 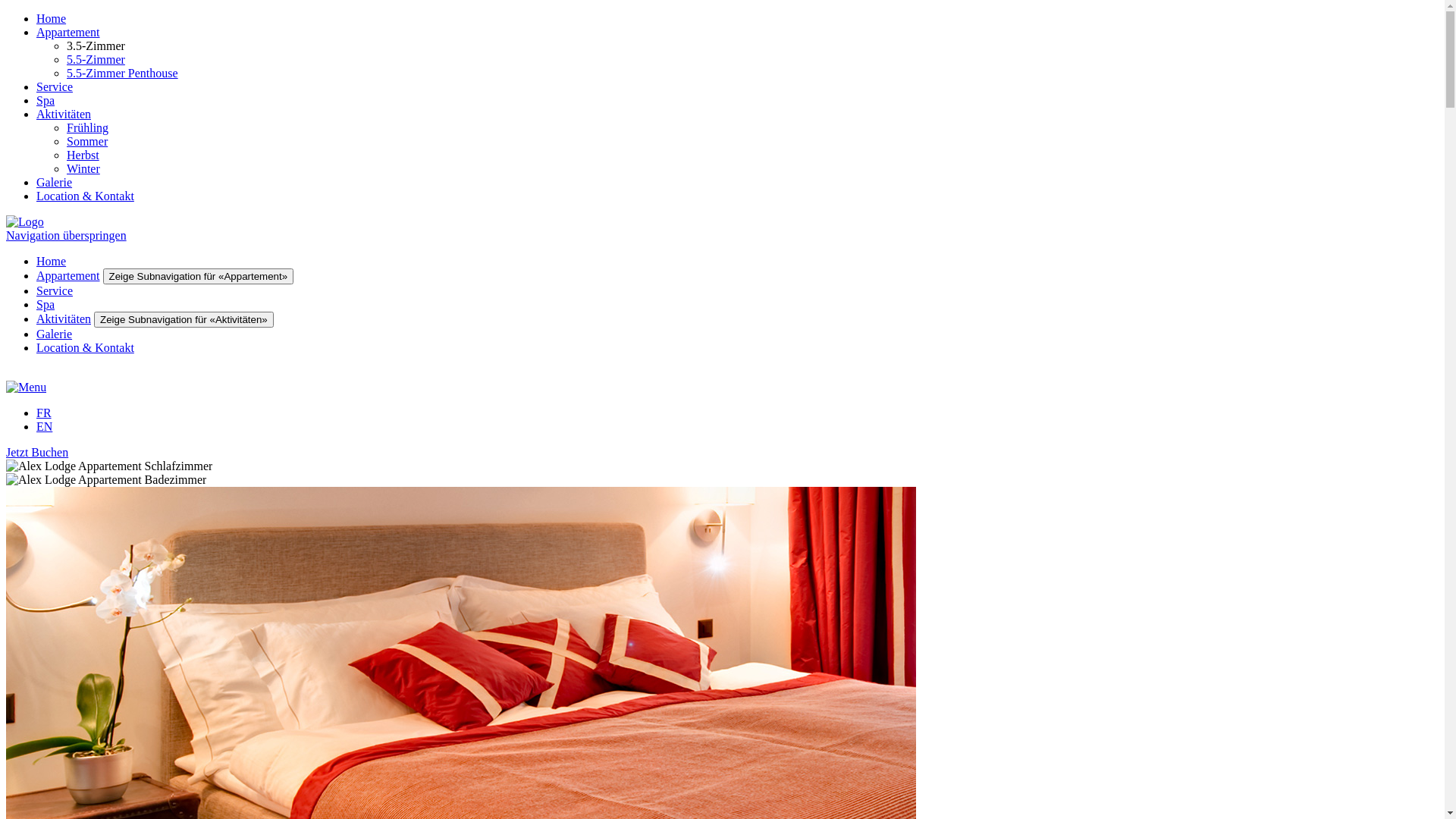 I want to click on 'Location & Kontakt', so click(x=84, y=195).